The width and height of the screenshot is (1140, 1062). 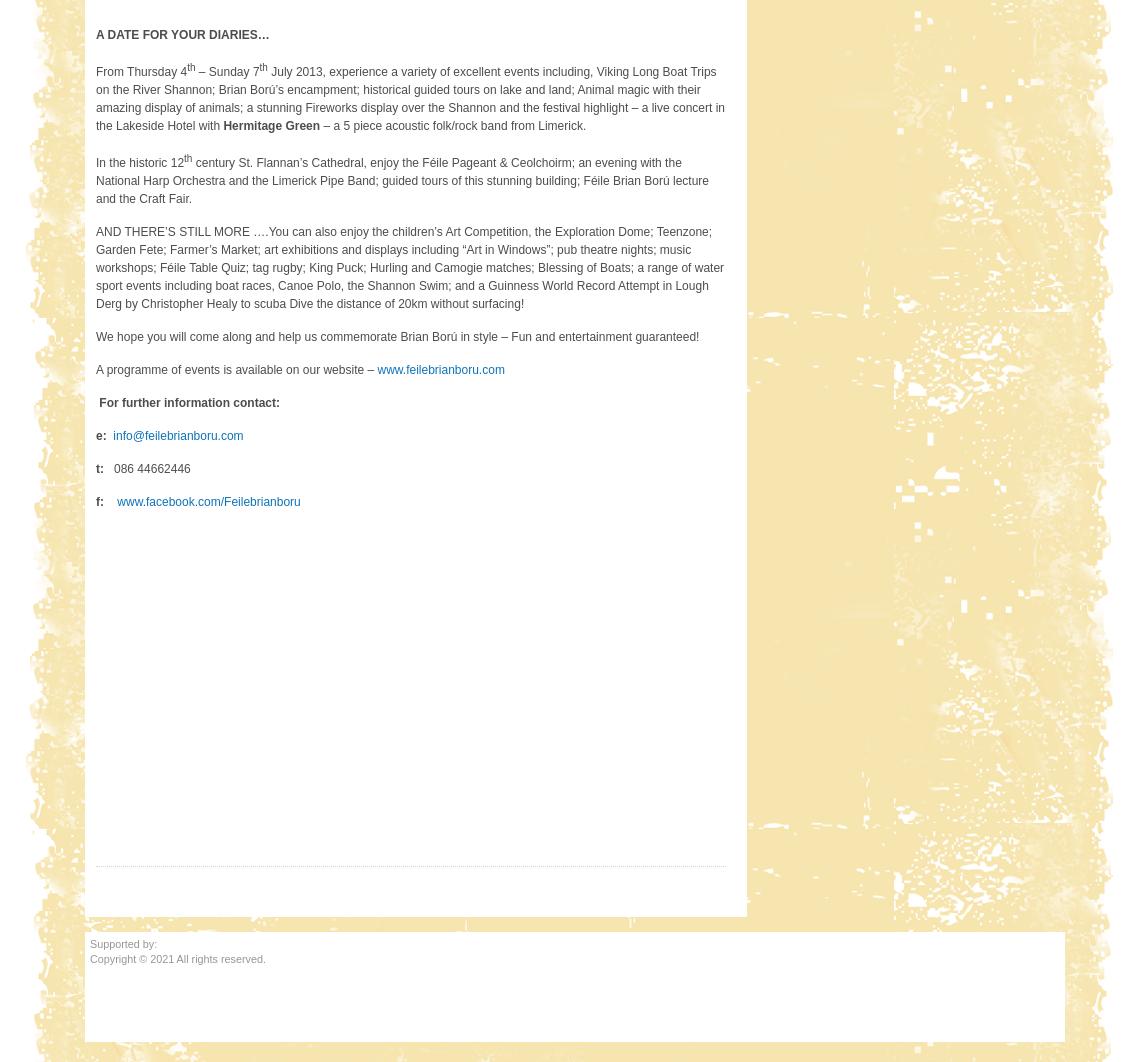 I want to click on 'Hermitage Green', so click(x=270, y=124).